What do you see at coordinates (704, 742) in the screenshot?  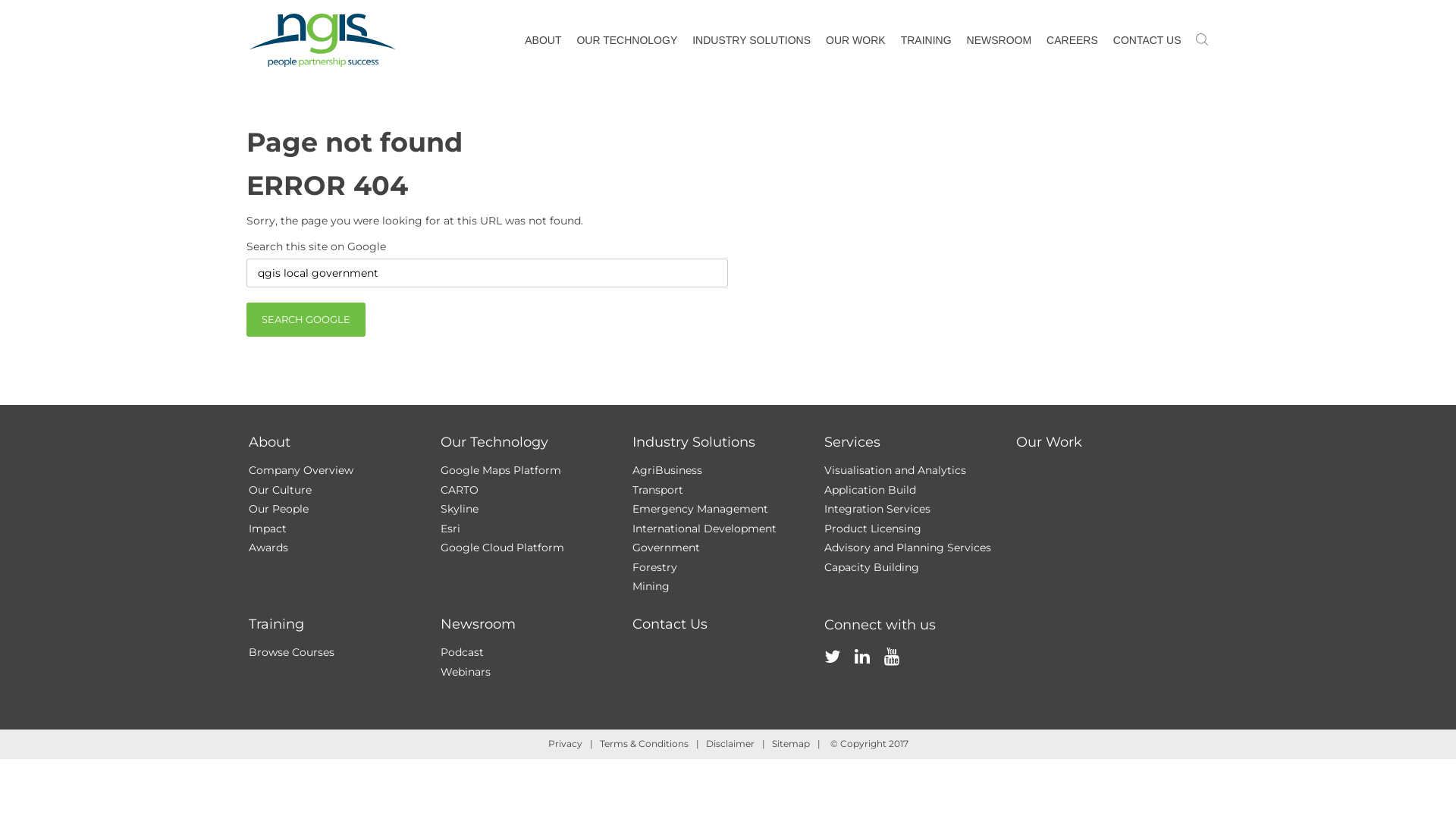 I see `'Disclaimer'` at bounding box center [704, 742].